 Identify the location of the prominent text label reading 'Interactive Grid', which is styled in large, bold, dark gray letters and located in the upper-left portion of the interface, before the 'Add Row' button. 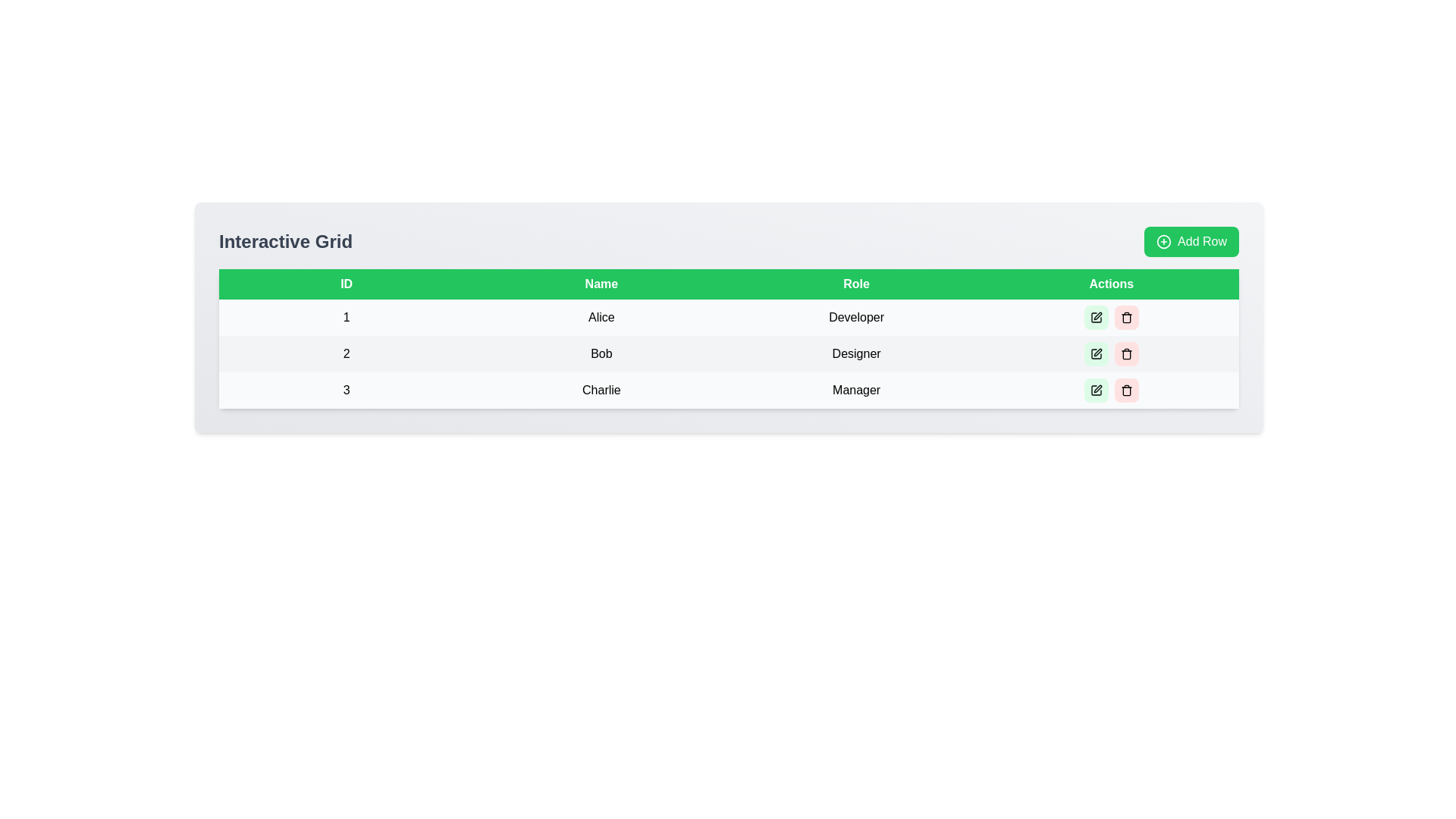
(286, 241).